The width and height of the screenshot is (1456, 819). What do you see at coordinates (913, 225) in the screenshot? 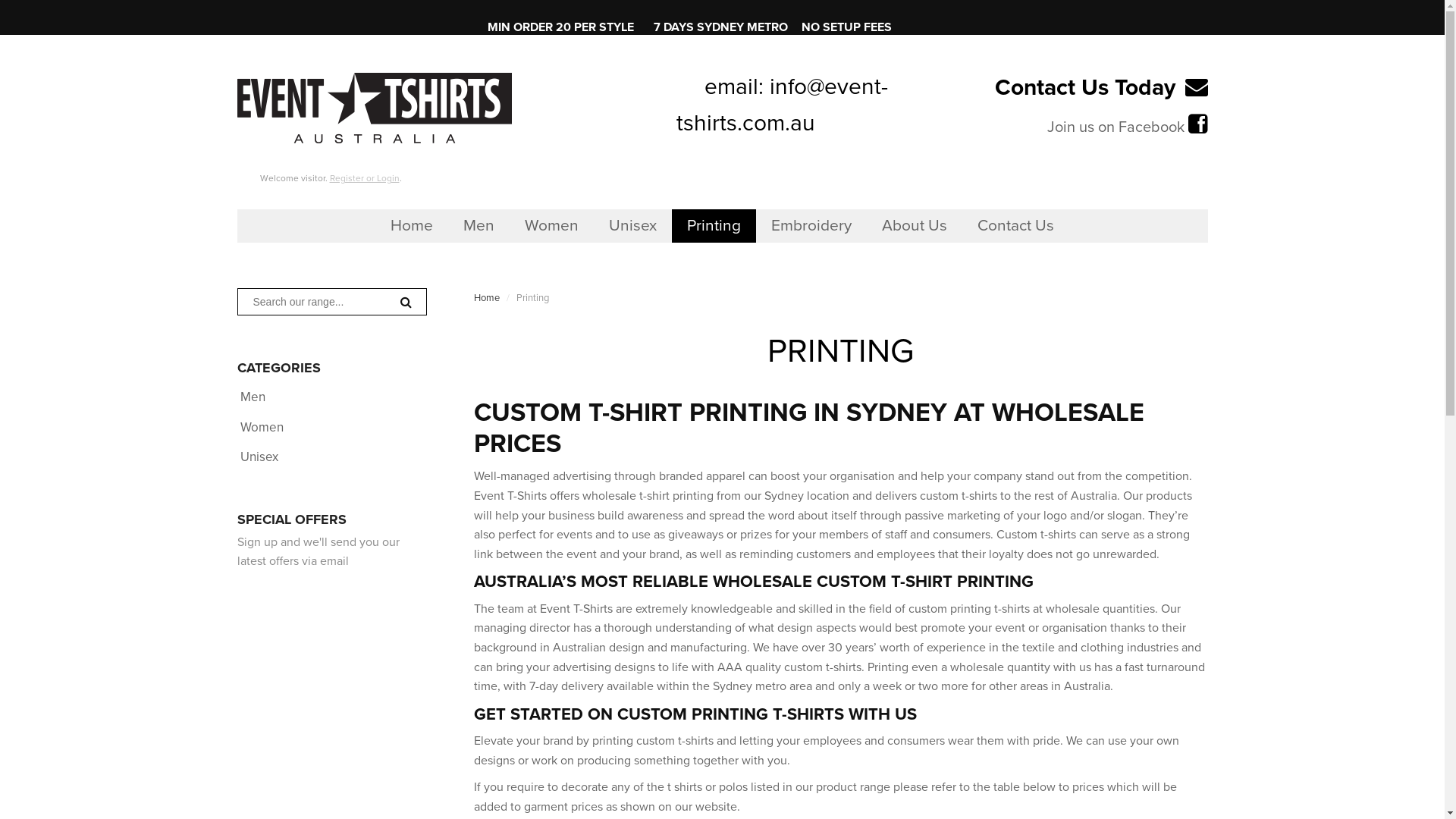
I see `'About Us'` at bounding box center [913, 225].